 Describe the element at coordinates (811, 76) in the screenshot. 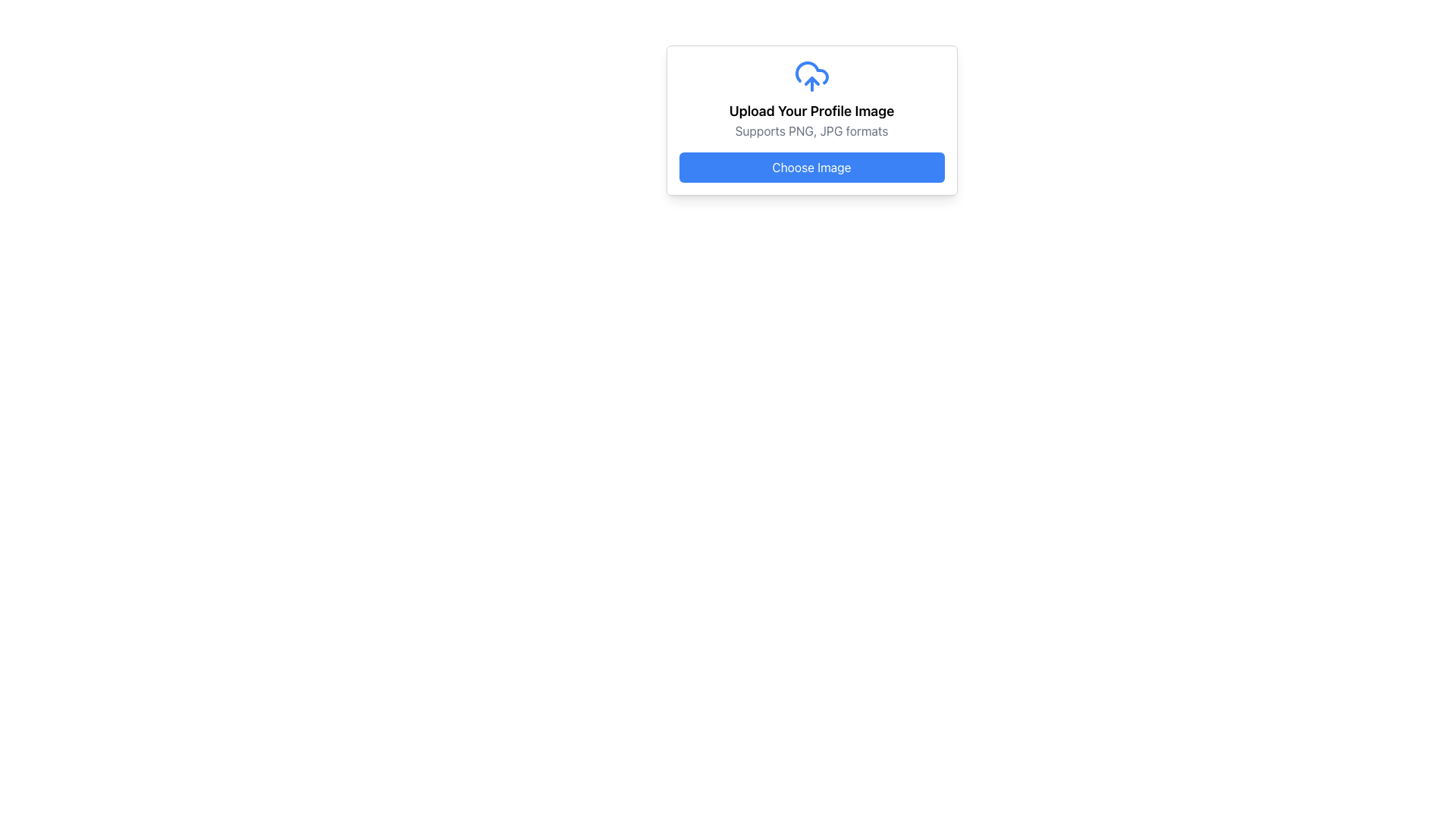

I see `the upload icon located at the top of the rectangular card that indicates the 'Upload Your Profile Image' functionality` at that location.